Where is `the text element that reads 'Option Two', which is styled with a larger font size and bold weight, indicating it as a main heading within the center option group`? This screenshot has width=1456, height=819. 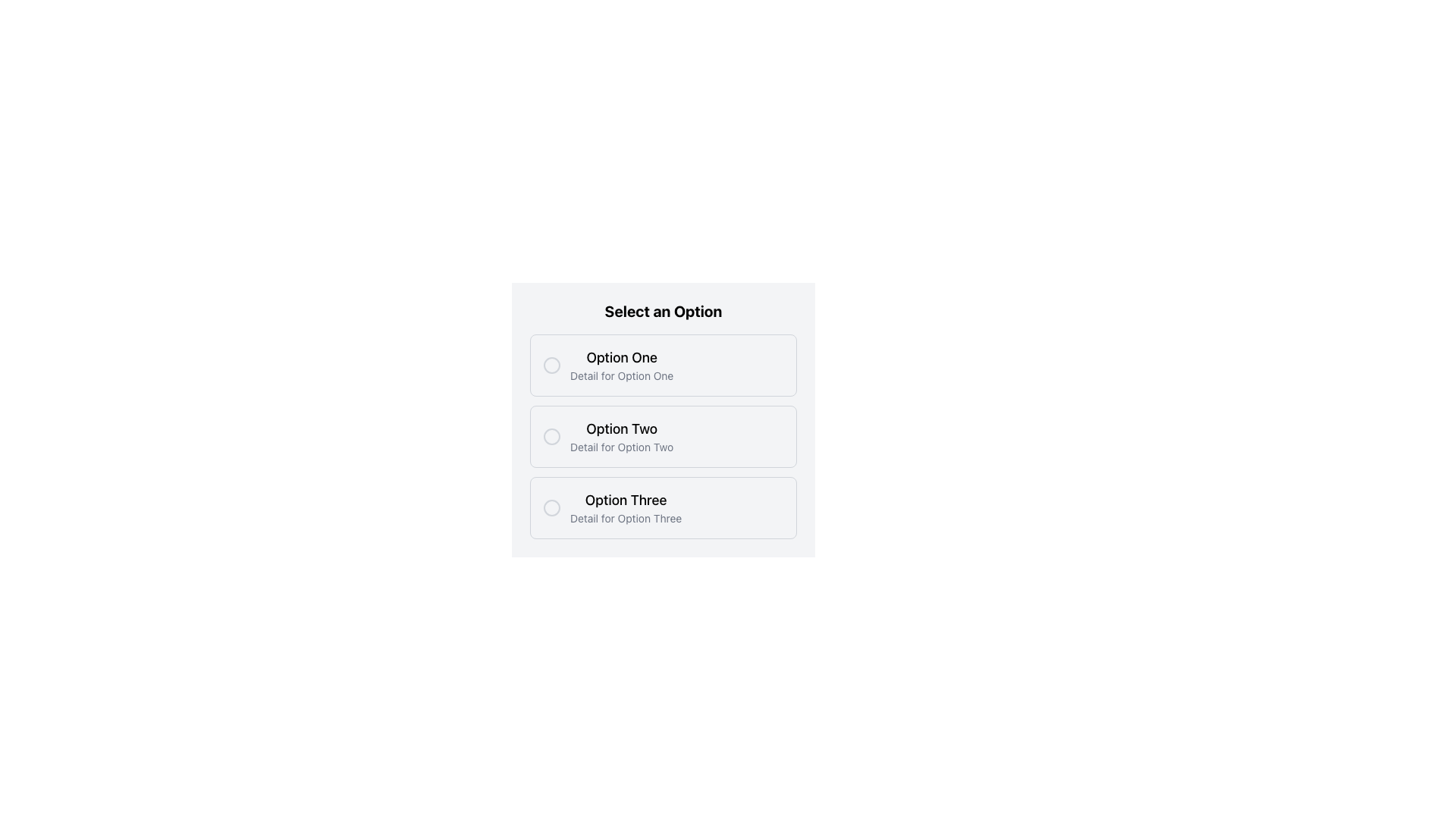
the text element that reads 'Option Two', which is styled with a larger font size and bold weight, indicating it as a main heading within the center option group is located at coordinates (622, 429).